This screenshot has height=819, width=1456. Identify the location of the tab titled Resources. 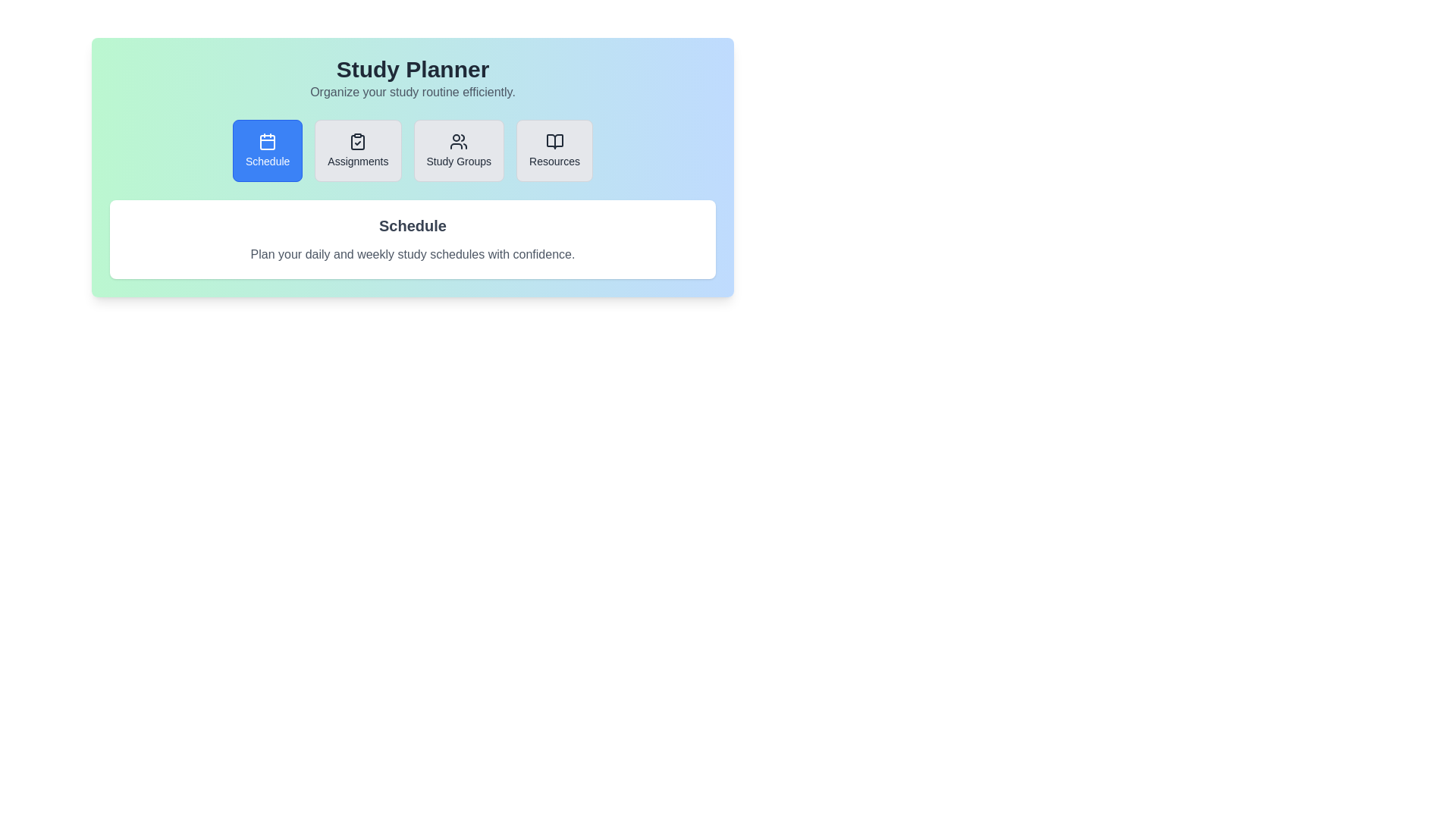
(553, 151).